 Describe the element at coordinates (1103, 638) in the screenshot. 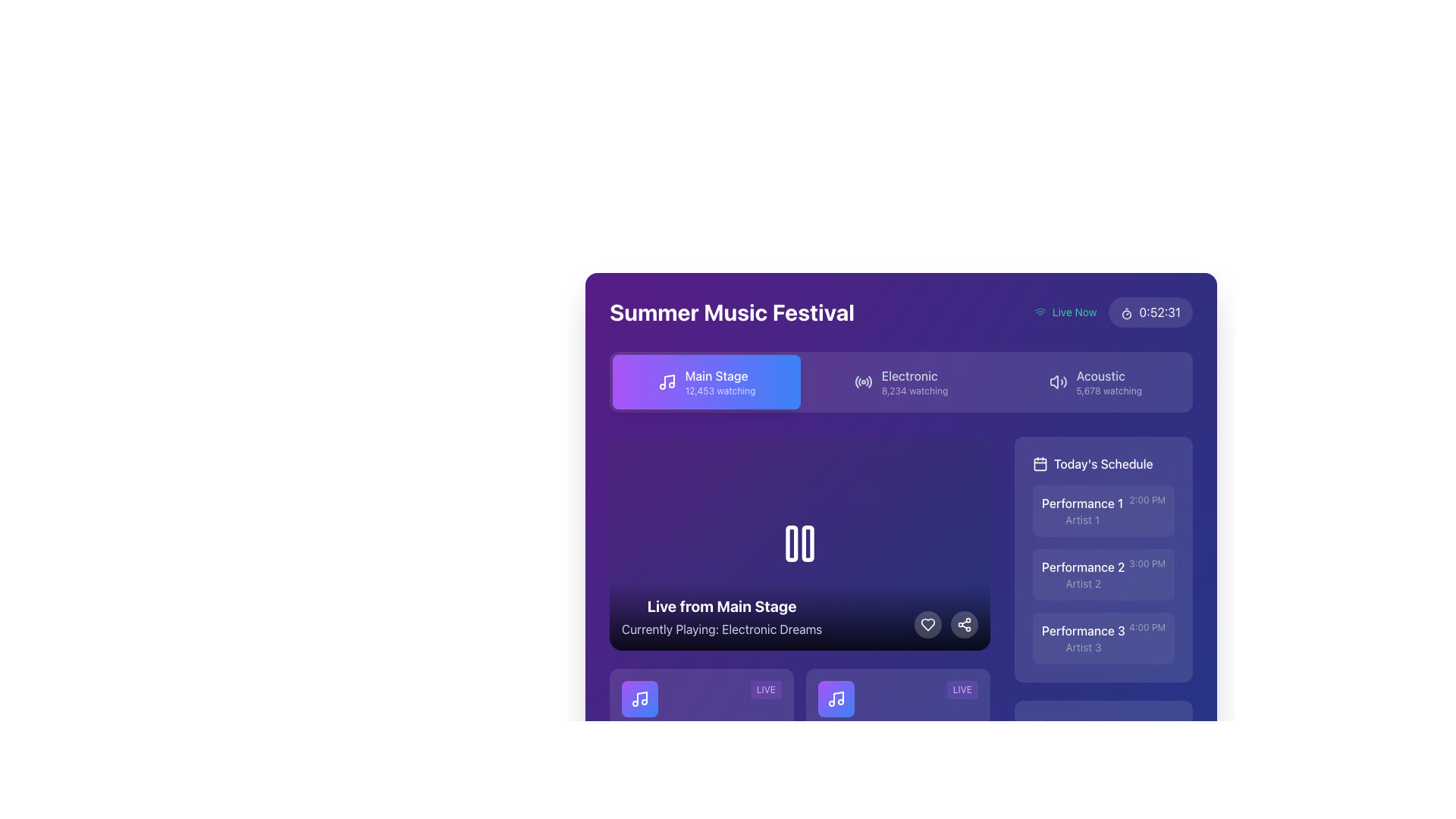

I see `the textual list item titled 'Performance 3', which includes the subtitle 'Artist 3' and the time '4:00 PM', located in the 'Today's Schedule' section` at that location.